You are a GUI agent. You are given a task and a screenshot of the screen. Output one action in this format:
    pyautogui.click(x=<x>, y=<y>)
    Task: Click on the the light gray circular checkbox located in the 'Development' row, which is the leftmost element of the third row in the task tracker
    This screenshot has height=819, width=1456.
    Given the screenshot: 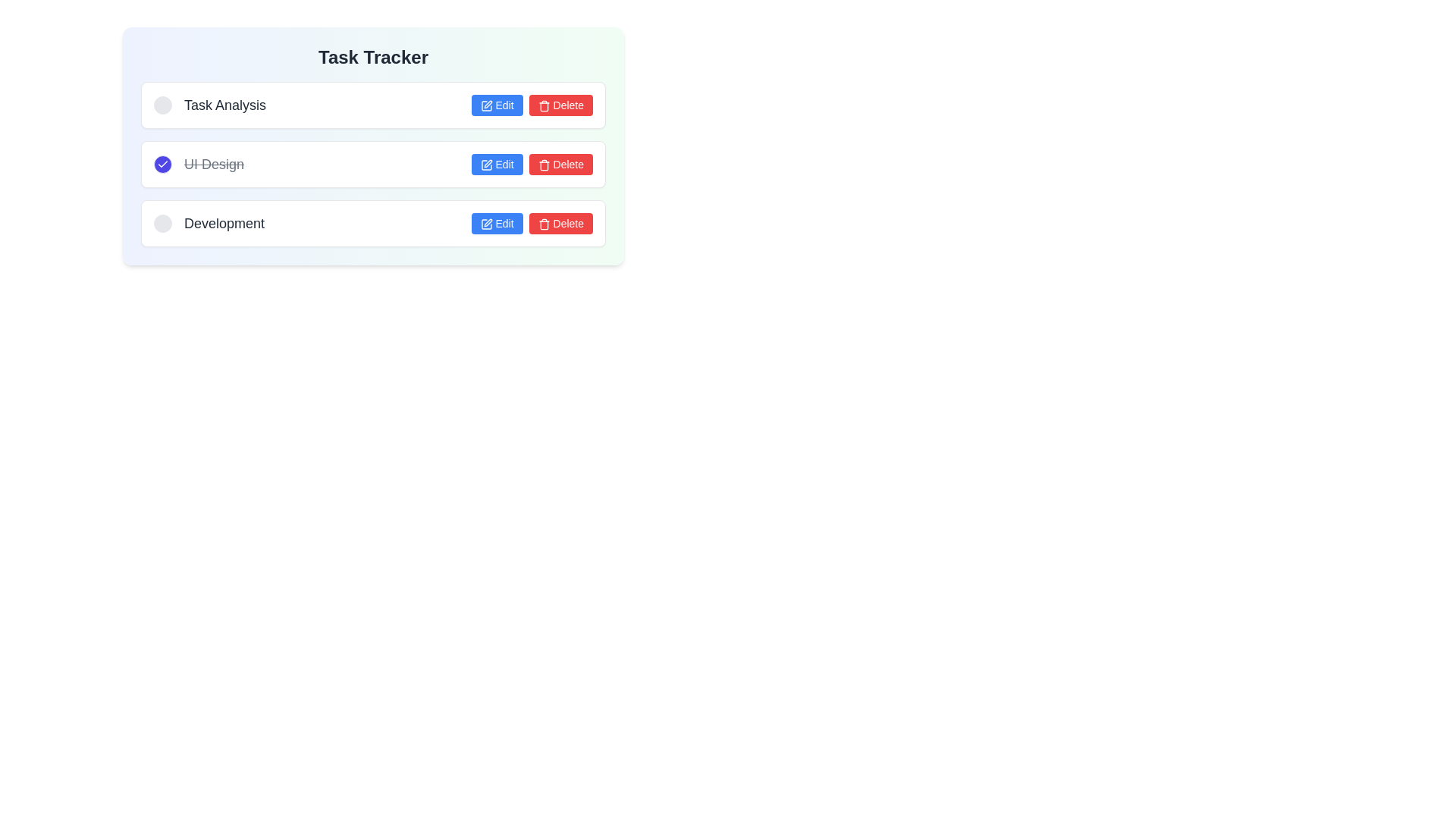 What is the action you would take?
    pyautogui.click(x=163, y=223)
    